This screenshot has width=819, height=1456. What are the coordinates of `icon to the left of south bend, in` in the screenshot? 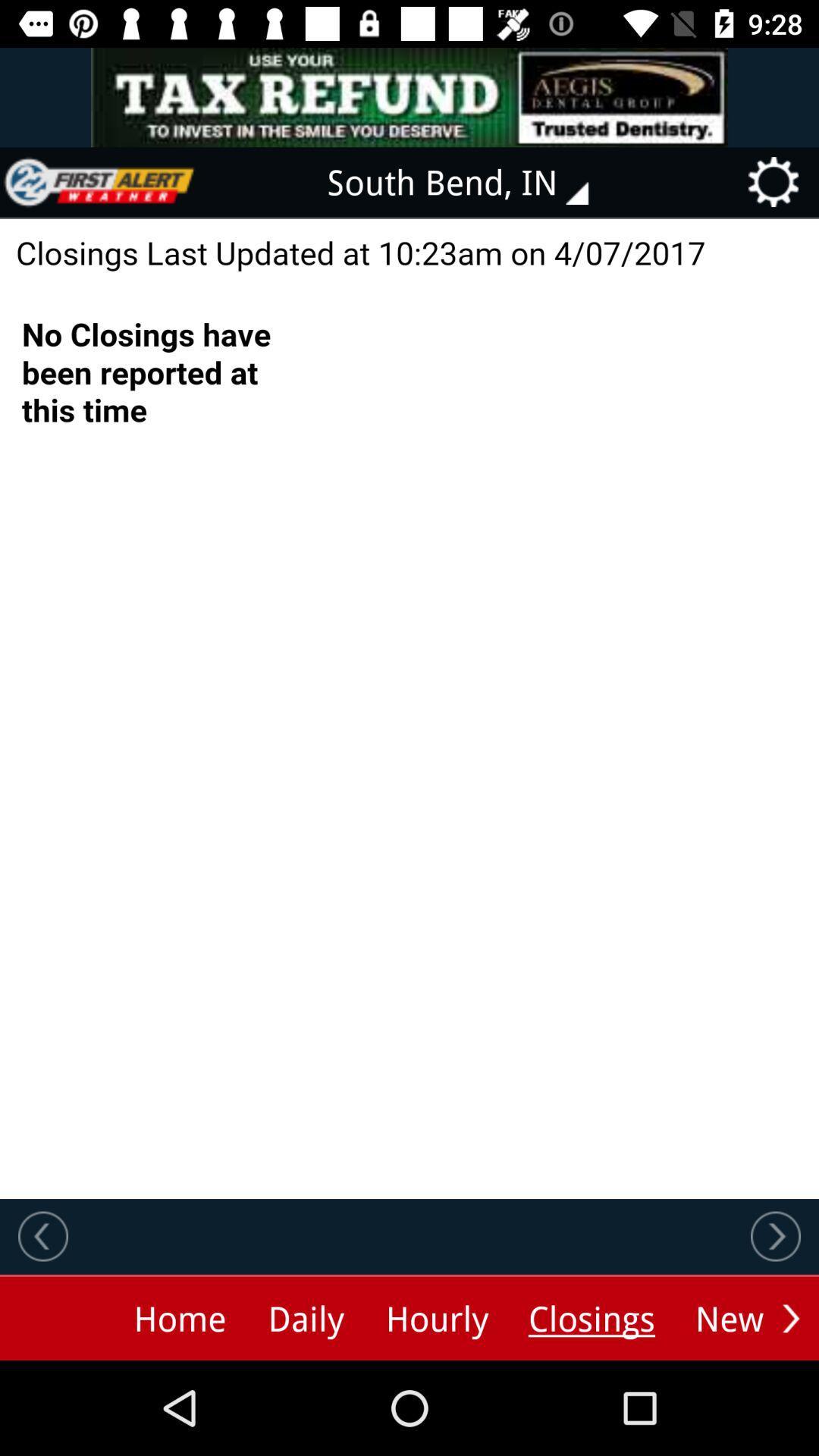 It's located at (99, 182).